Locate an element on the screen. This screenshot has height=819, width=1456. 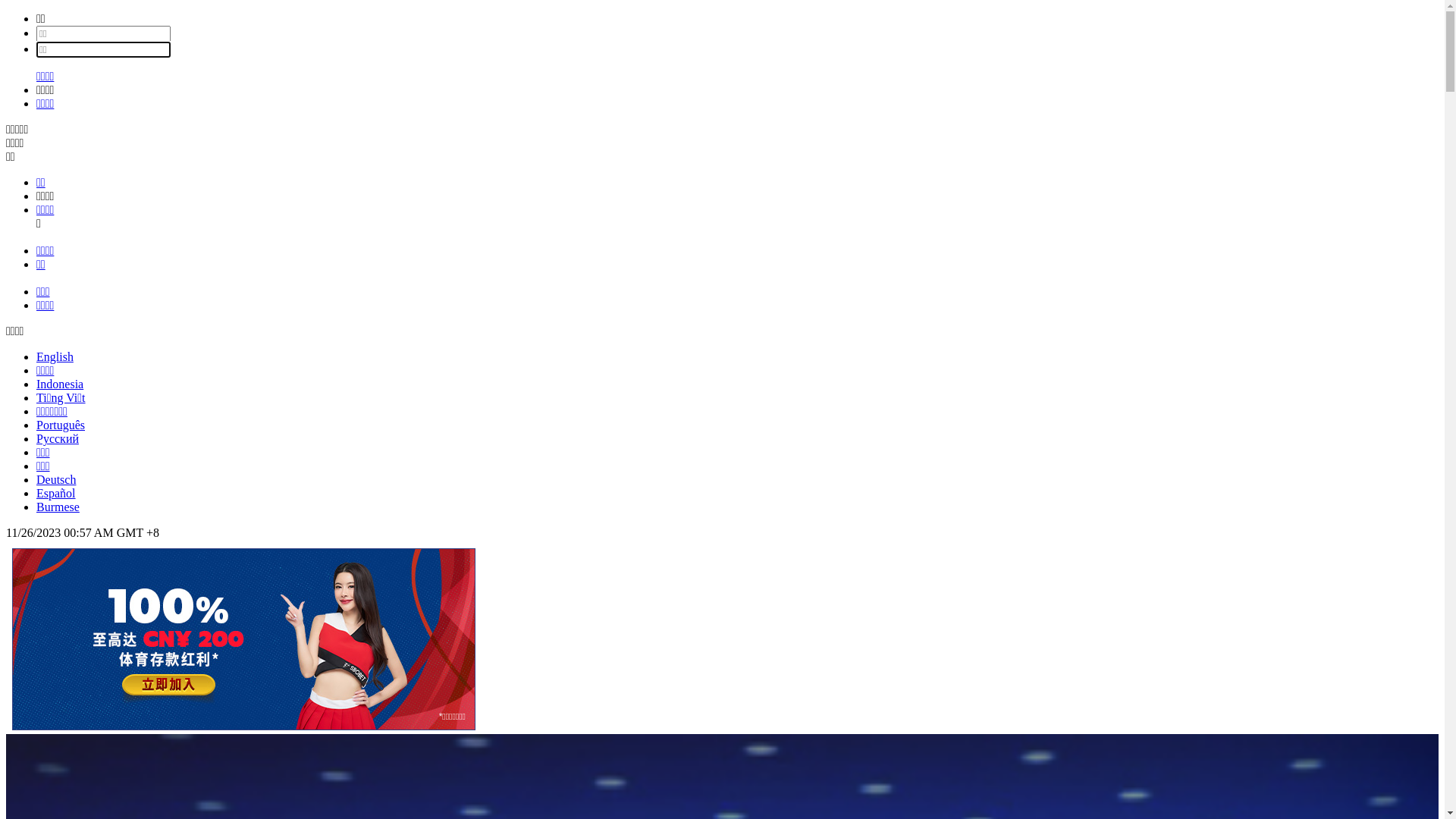
'Deutsch' is located at coordinates (55, 479).